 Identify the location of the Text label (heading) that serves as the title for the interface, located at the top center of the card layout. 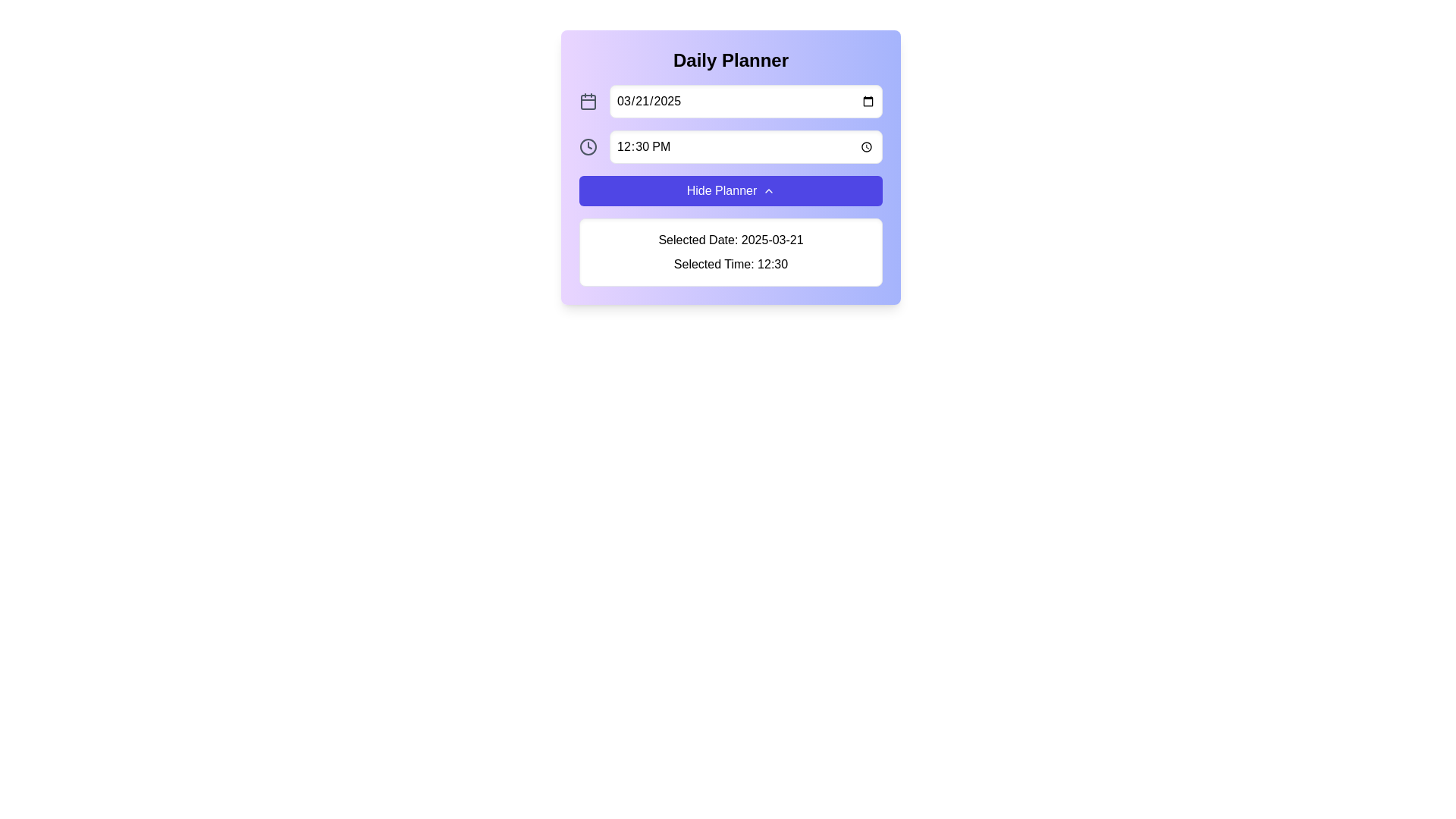
(731, 60).